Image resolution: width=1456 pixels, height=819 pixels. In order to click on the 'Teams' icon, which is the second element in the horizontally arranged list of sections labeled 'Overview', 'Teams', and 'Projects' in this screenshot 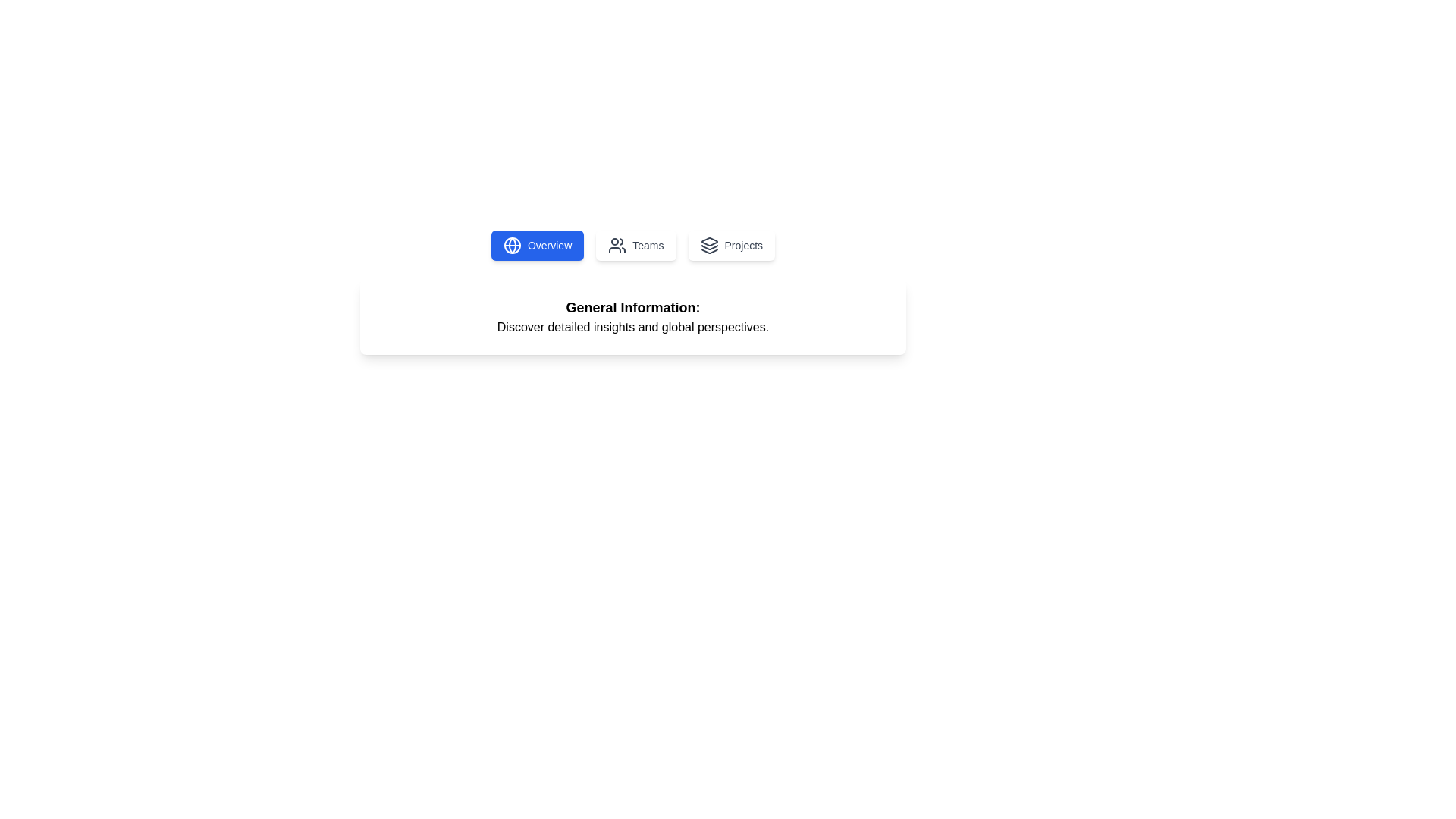, I will do `click(617, 245)`.